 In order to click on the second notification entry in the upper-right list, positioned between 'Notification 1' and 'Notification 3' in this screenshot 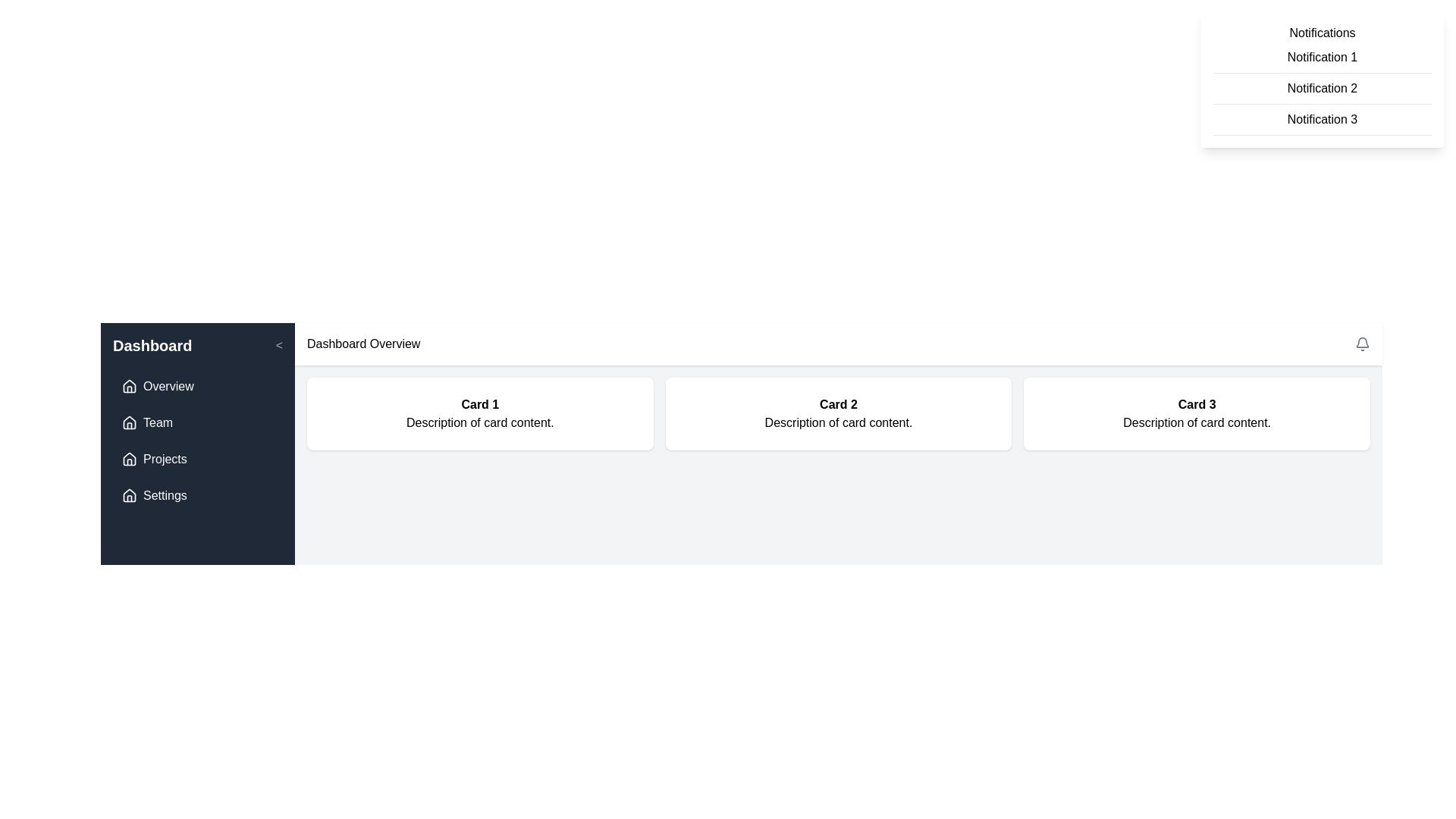, I will do `click(1321, 89)`.